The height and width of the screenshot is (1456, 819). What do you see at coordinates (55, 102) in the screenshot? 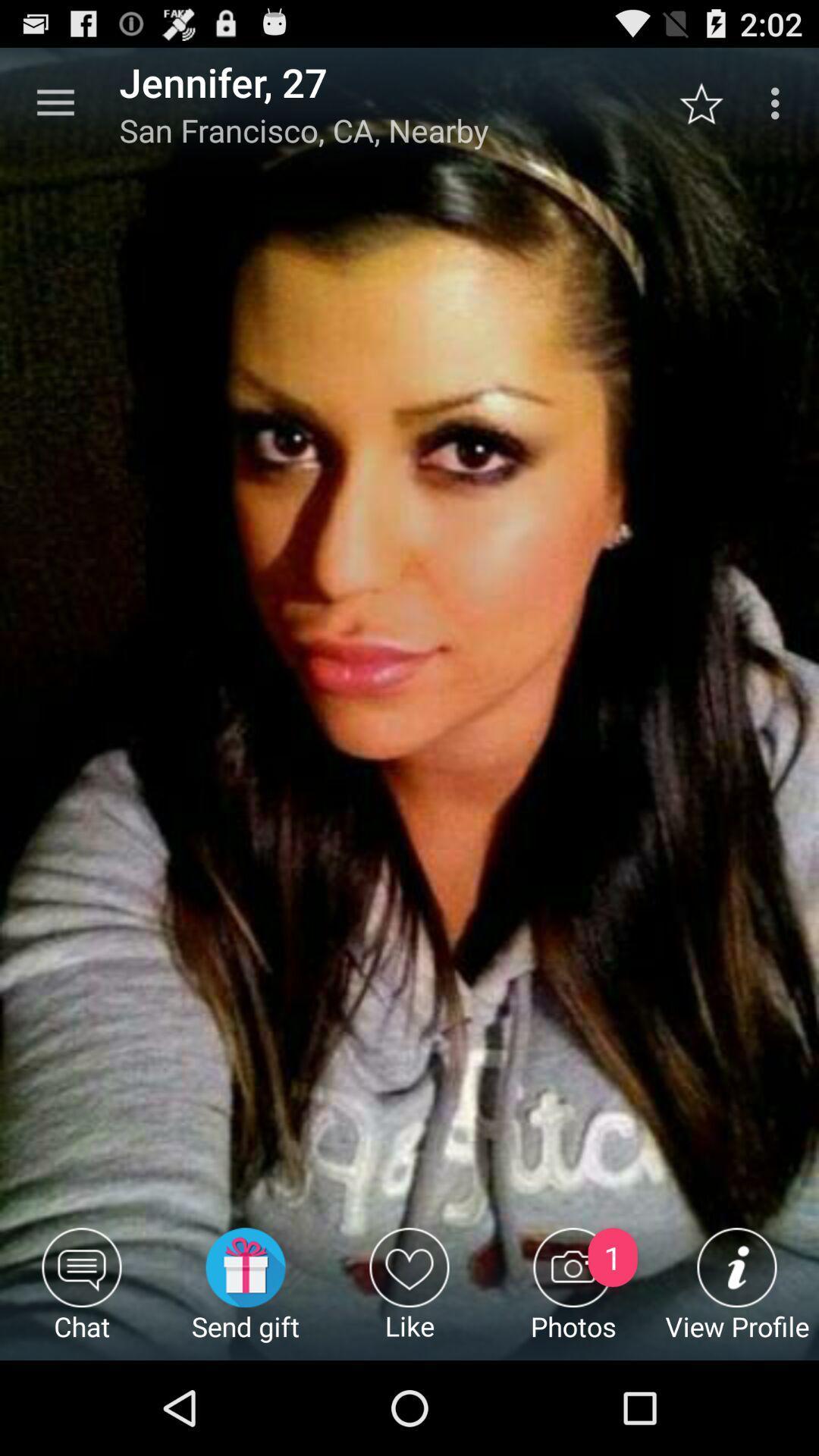
I see `icon above the chat` at bounding box center [55, 102].